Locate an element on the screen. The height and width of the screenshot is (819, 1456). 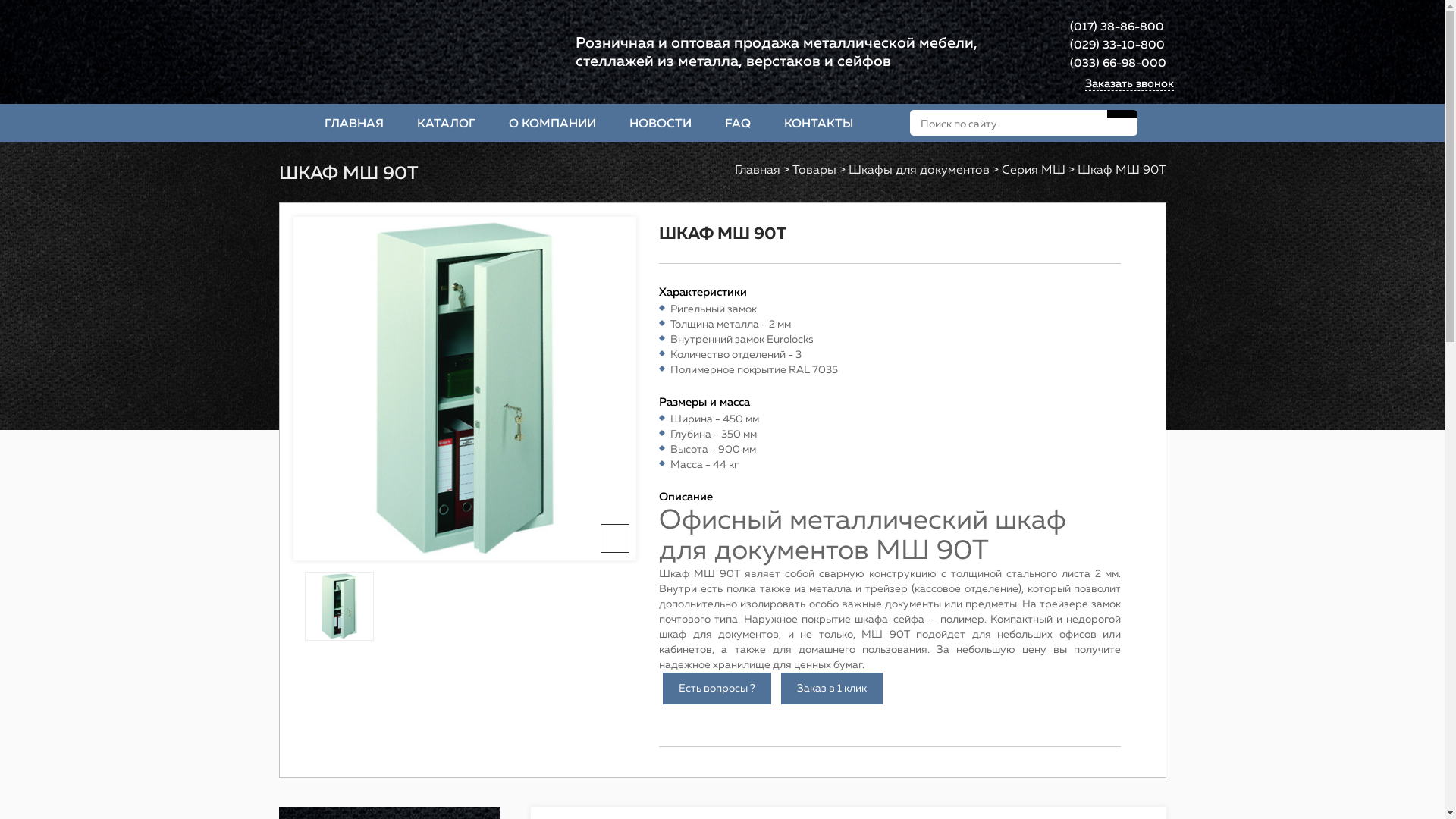
'(017) 38-86-800' is located at coordinates (1116, 27).